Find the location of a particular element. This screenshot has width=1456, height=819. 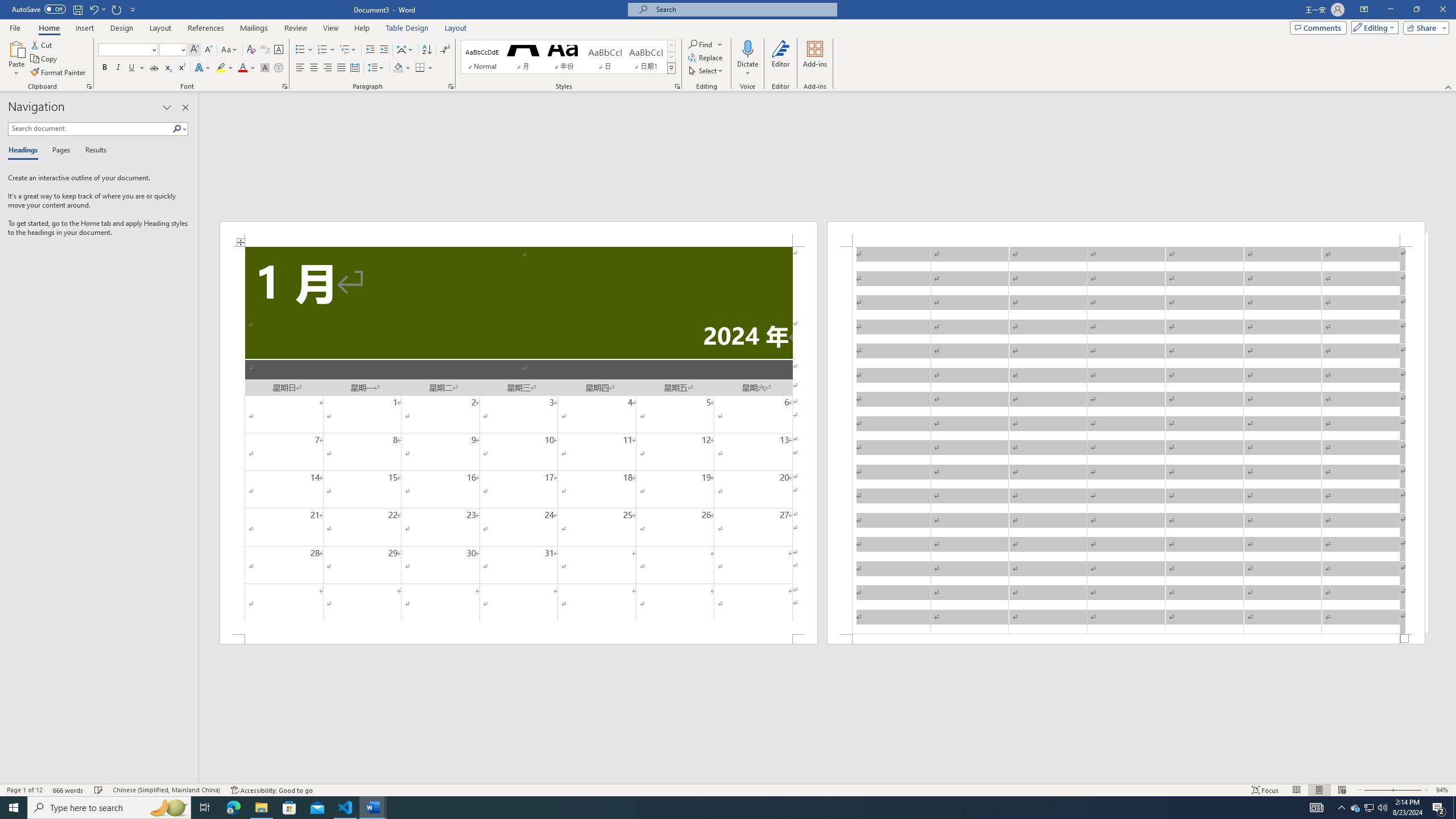

'Page 2 content' is located at coordinates (1126, 440).